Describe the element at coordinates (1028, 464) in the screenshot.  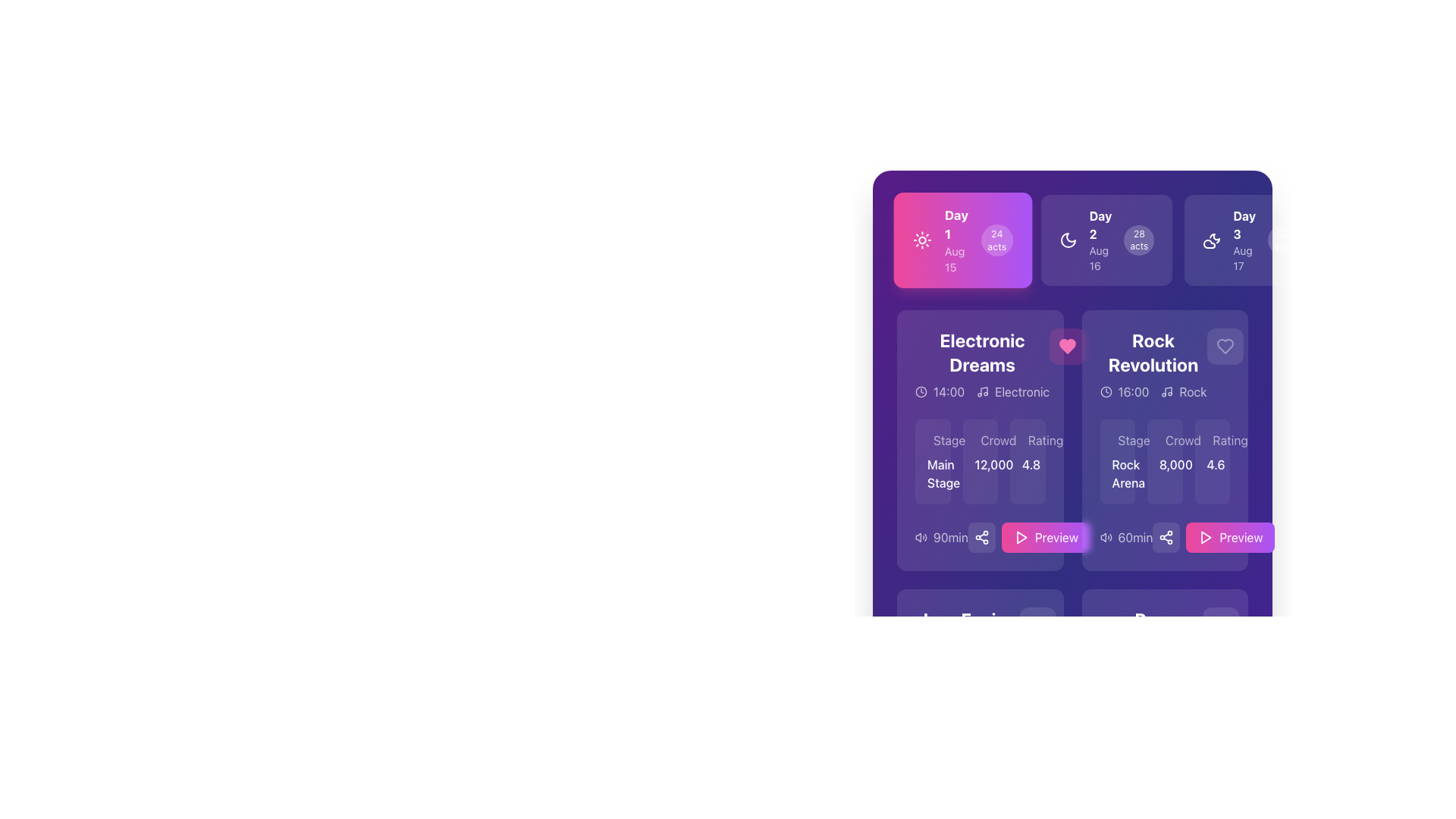
I see `the static text element displaying the rating value '4.8', which is located in the 'Rating' section of the interface, surrounded by a deep purple background and near graphical star icons` at that location.